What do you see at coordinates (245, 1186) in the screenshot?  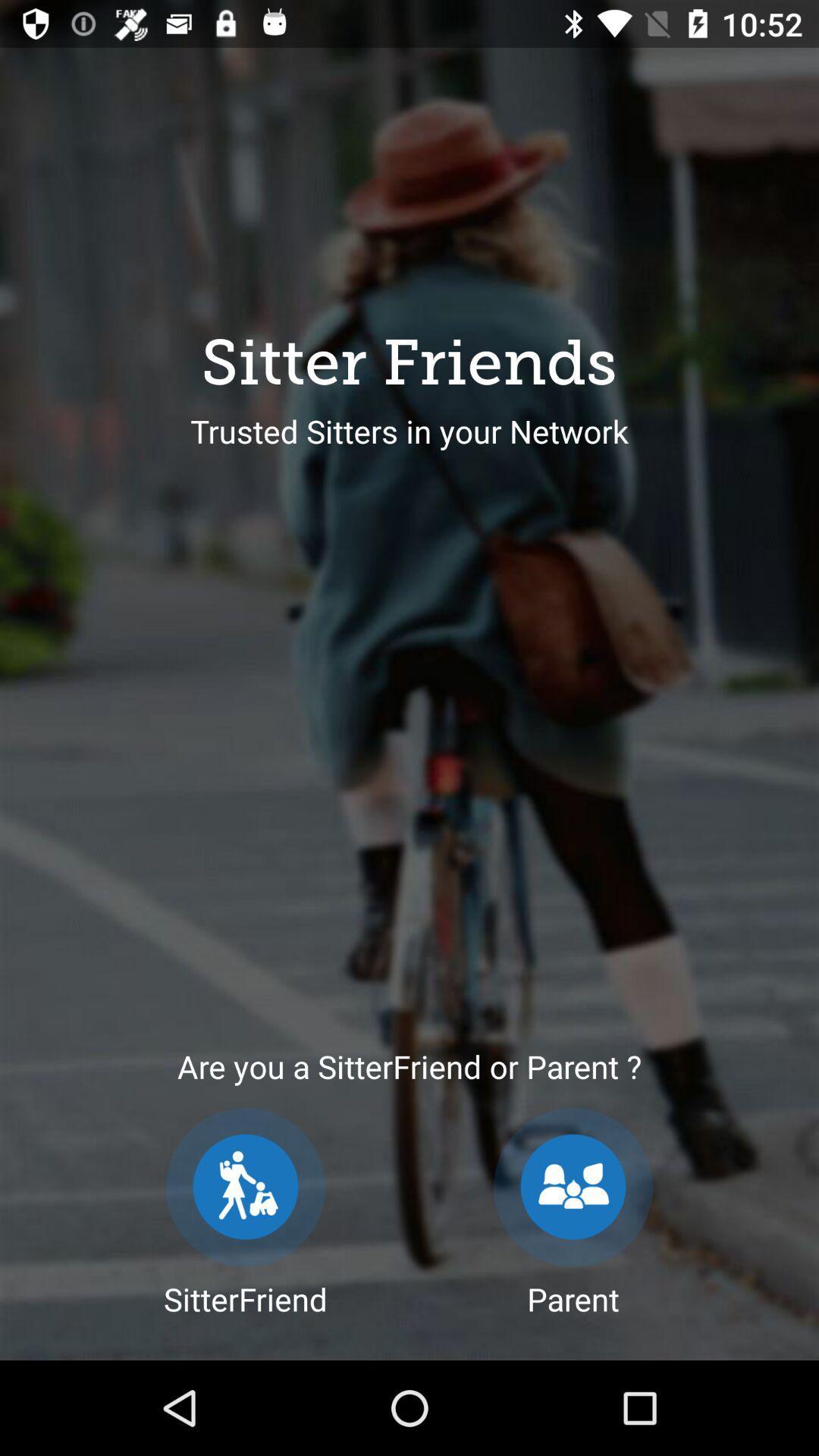 I see `advertisement` at bounding box center [245, 1186].